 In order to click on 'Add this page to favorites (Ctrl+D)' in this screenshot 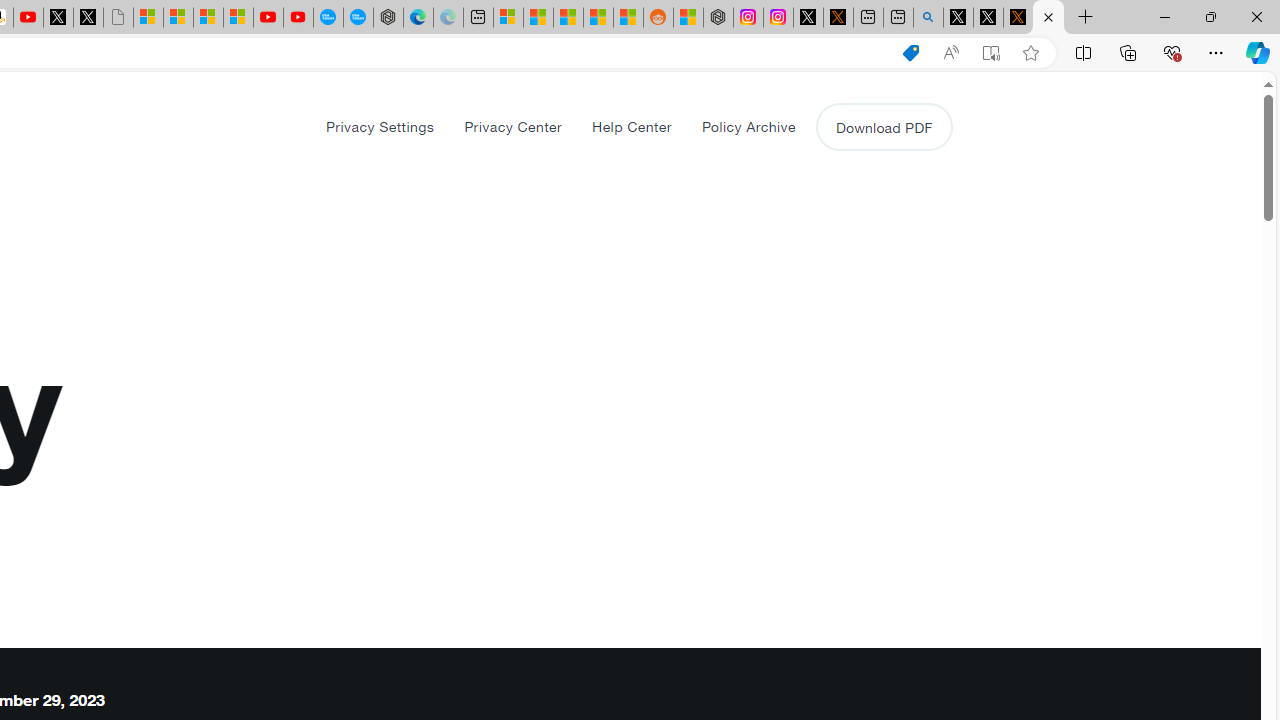, I will do `click(1031, 52)`.